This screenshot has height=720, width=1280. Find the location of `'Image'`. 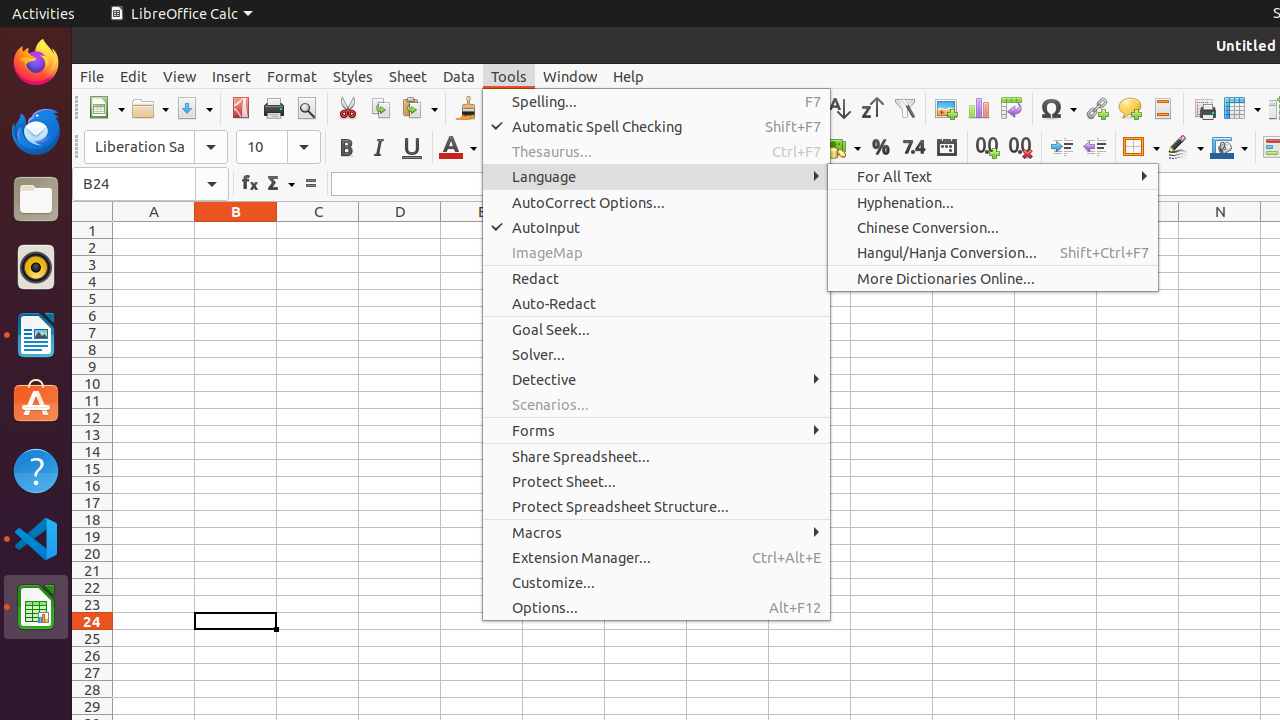

'Image' is located at coordinates (944, 108).